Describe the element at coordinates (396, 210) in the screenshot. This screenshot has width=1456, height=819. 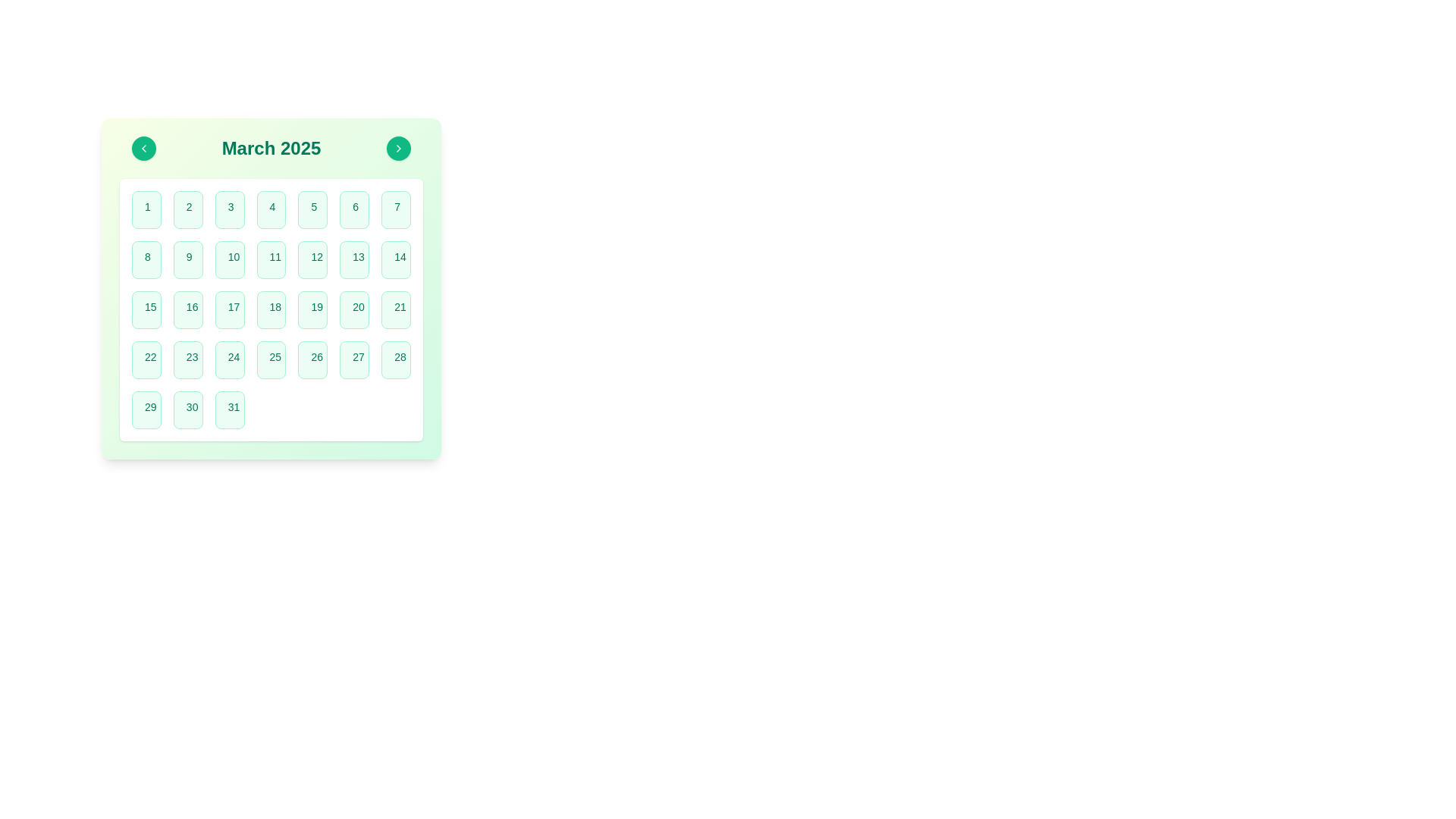
I see `the Calendar Day Cell representing the seventh day in the calendar interface` at that location.